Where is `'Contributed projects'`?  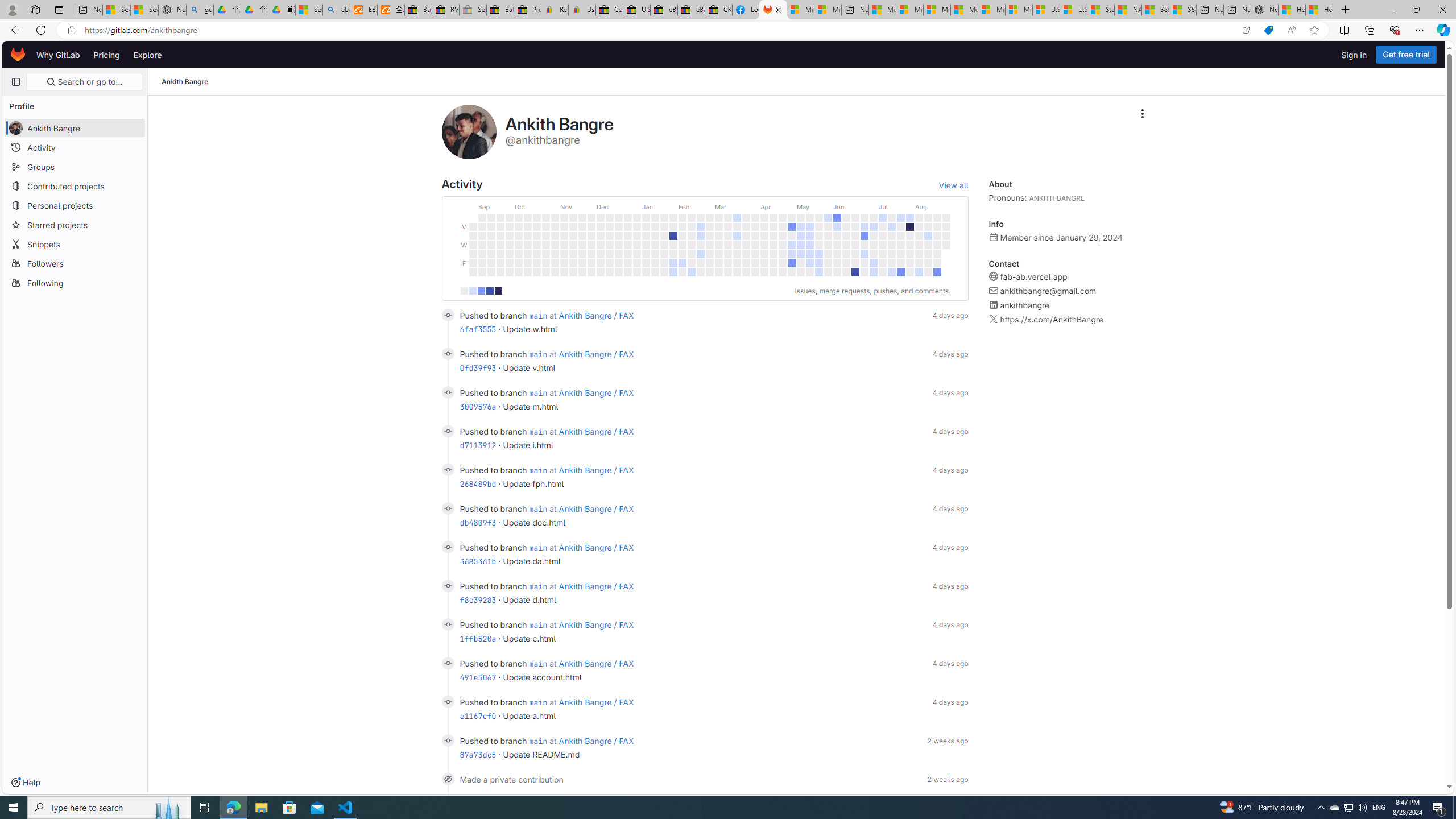 'Contributed projects' is located at coordinates (74, 185).